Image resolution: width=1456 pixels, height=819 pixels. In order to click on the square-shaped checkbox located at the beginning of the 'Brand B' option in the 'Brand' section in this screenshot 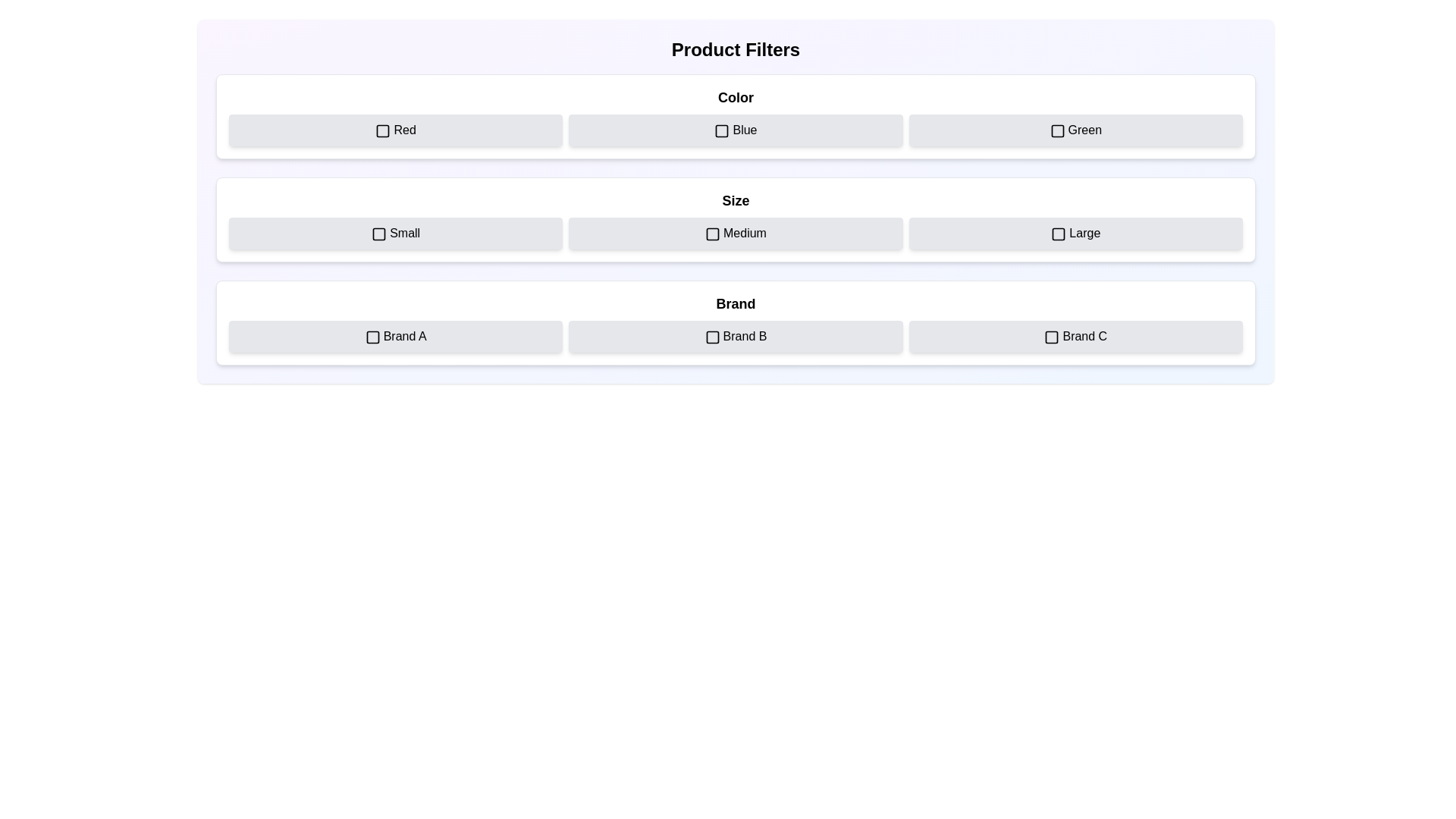, I will do `click(711, 336)`.